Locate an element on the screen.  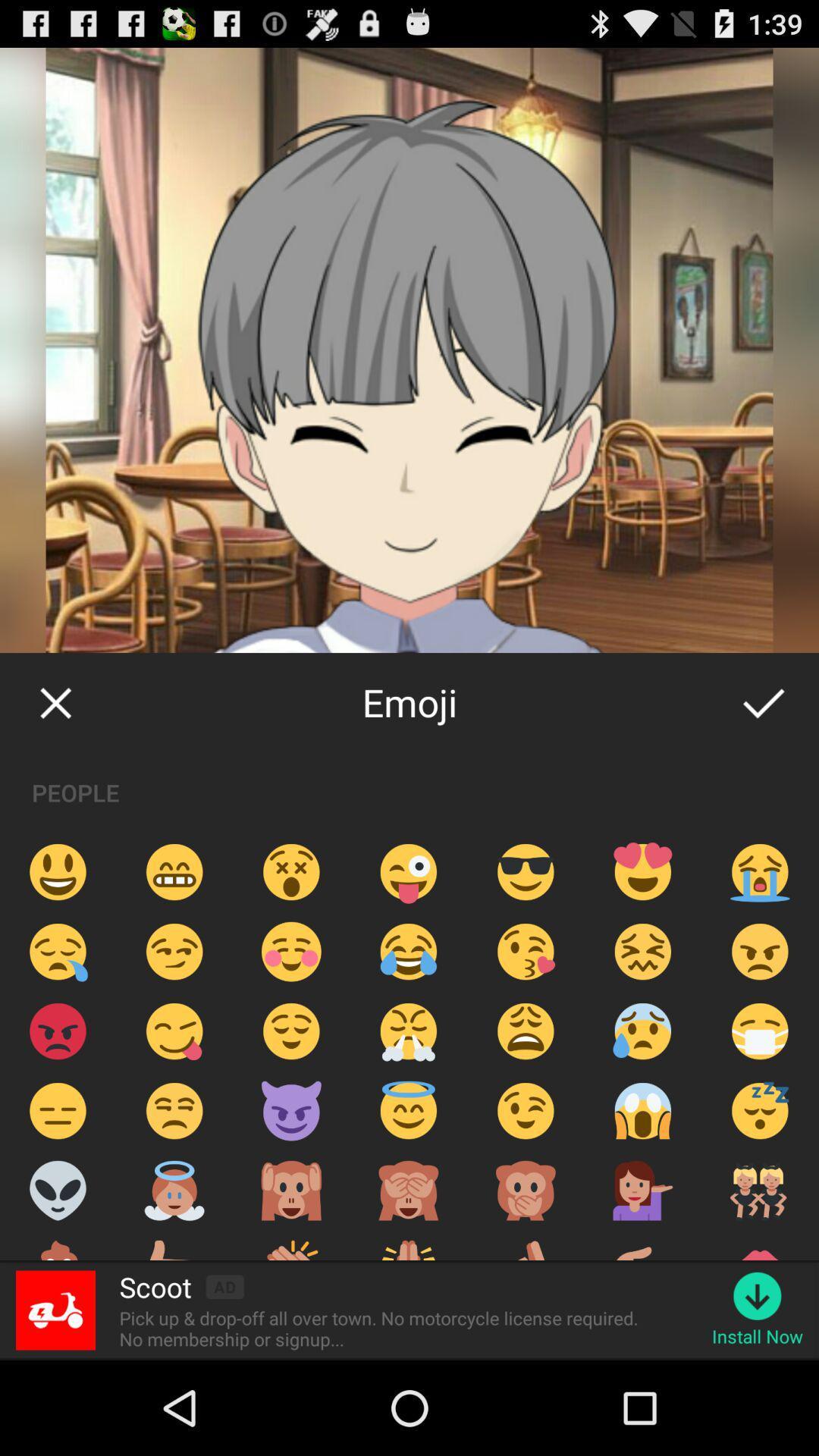
icon to the left of emoji is located at coordinates (55, 701).